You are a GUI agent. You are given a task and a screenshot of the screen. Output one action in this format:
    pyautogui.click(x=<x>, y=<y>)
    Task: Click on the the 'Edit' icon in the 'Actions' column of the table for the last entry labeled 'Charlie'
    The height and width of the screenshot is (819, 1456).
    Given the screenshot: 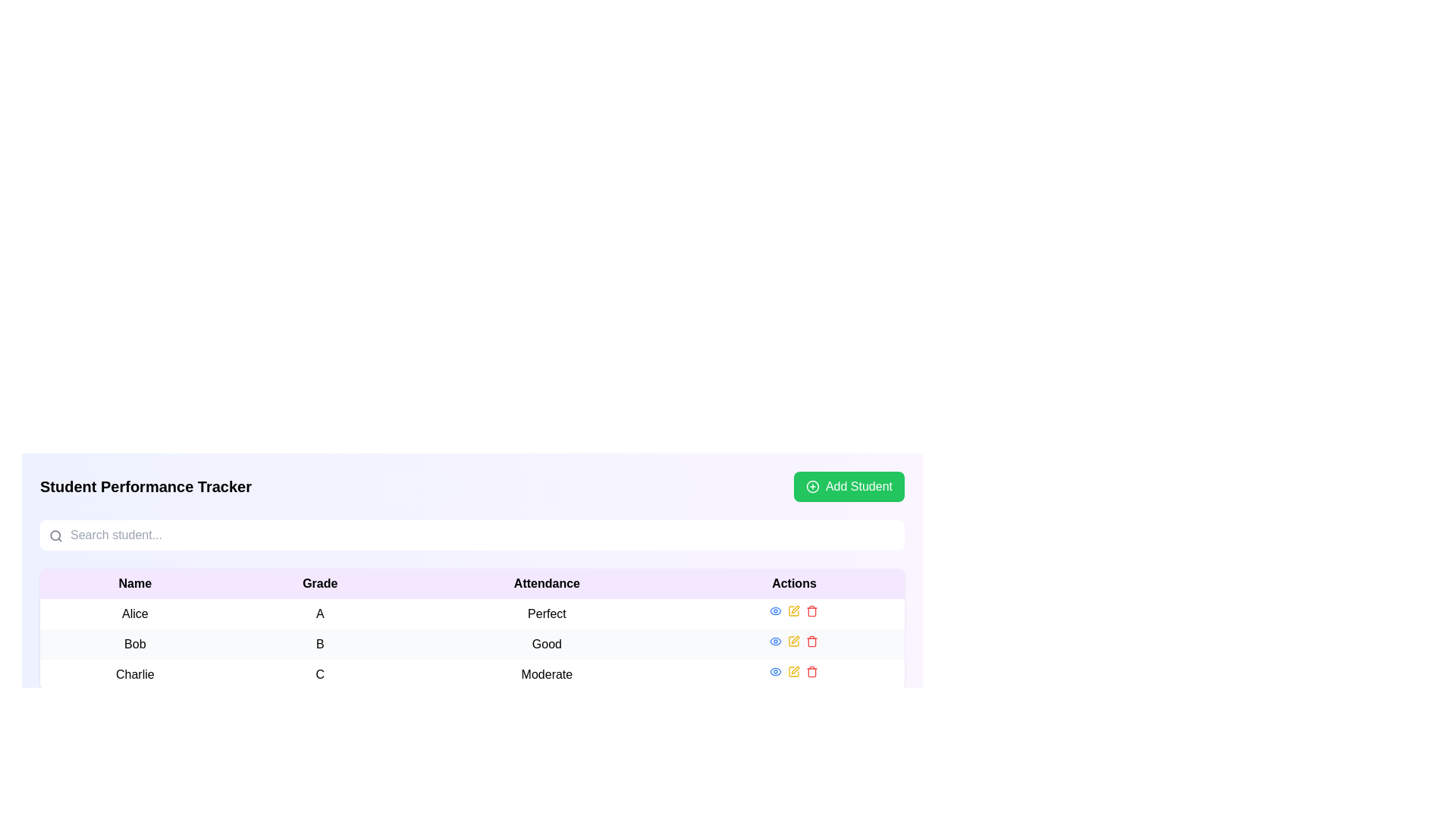 What is the action you would take?
    pyautogui.click(x=793, y=671)
    